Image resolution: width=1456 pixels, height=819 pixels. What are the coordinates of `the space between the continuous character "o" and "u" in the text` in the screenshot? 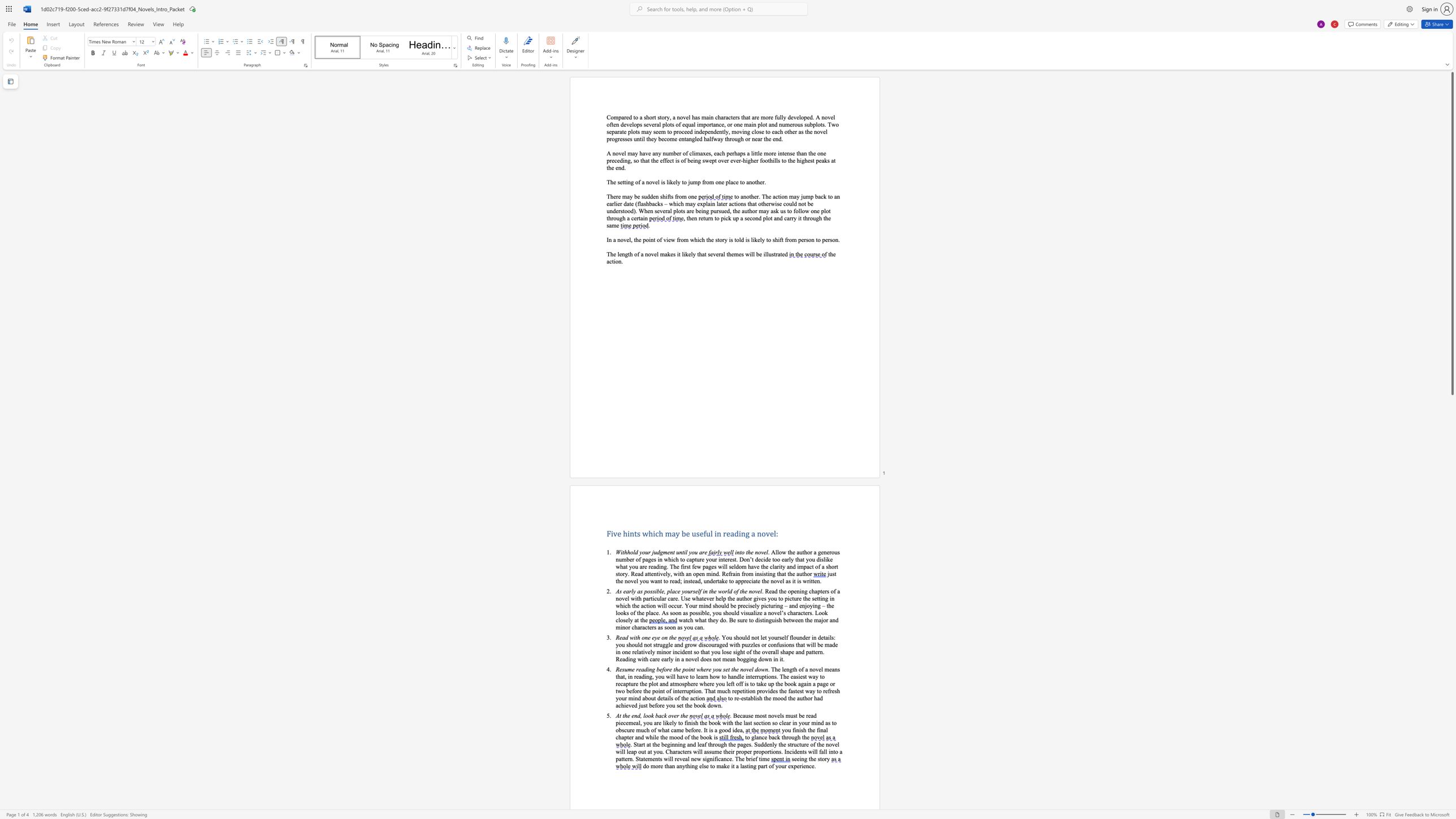 It's located at (671, 705).